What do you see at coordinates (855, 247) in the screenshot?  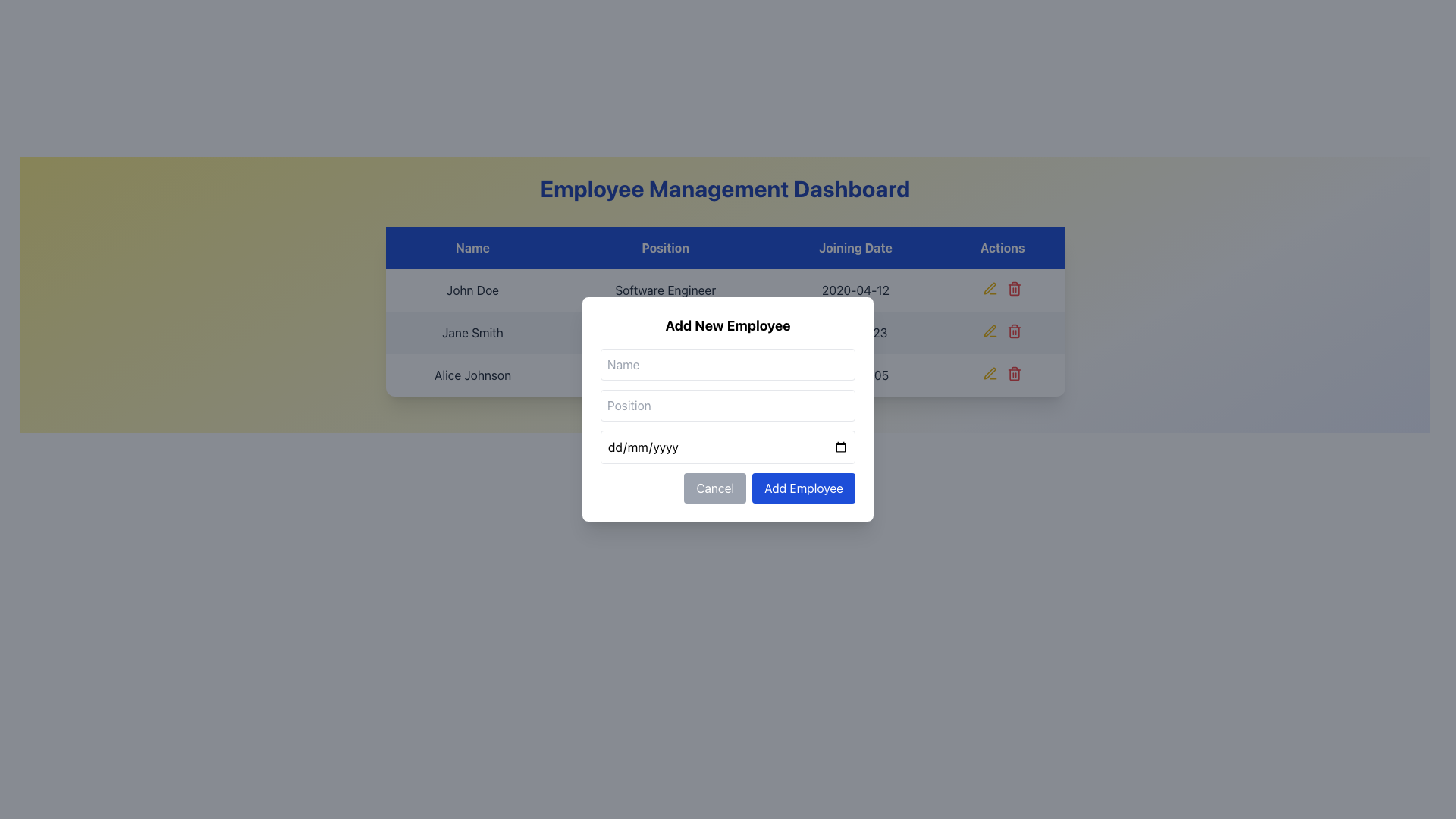 I see `the 'Joining Date' text label in the header row of the table, which indicates the column for joining dates and is positioned between the 'Position' and 'Actions' elements` at bounding box center [855, 247].